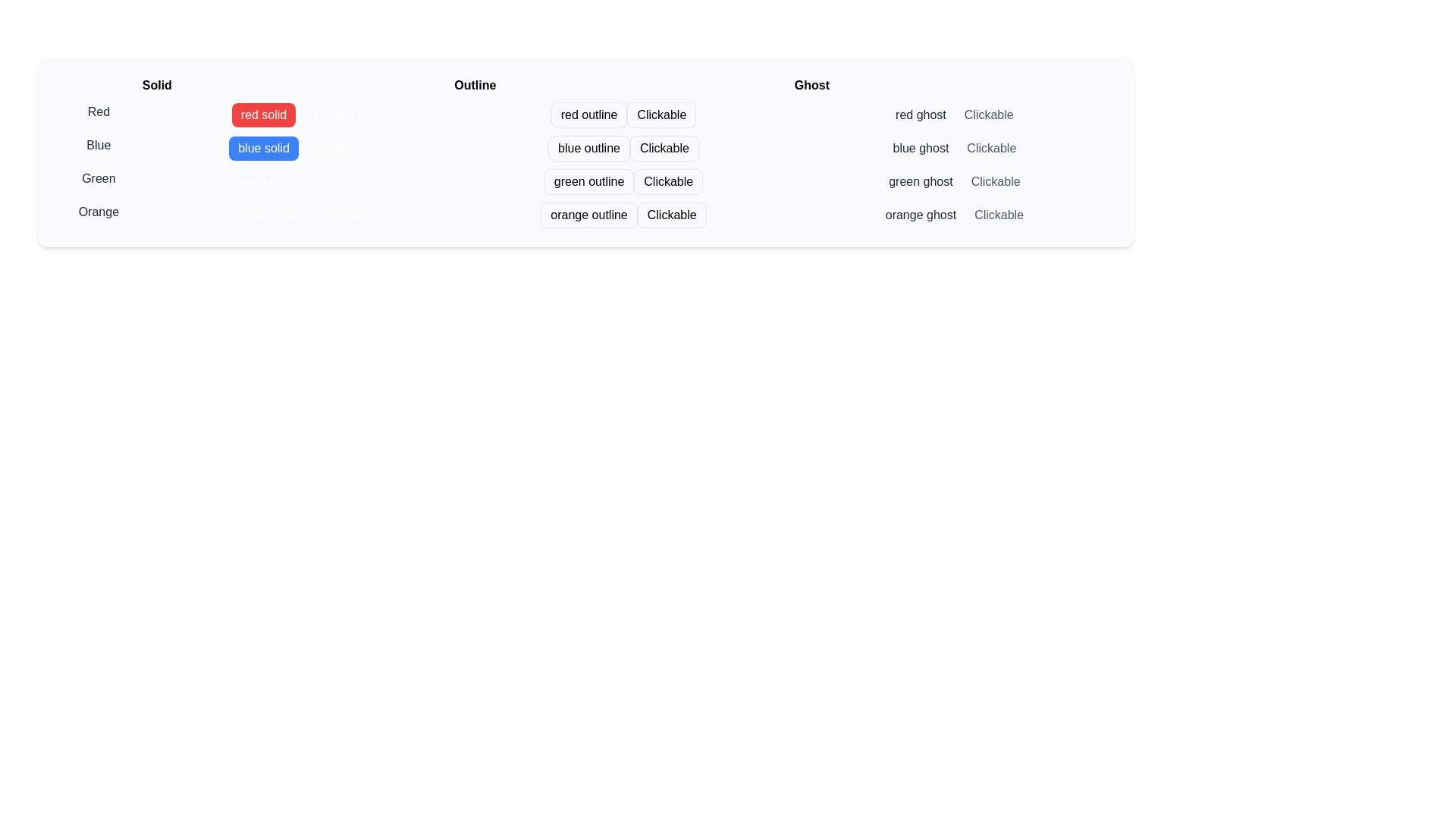 This screenshot has width=1456, height=819. What do you see at coordinates (585, 212) in the screenshot?
I see `the label that indicates 'orange outline' in the second entry of the 'Outline' column in the table` at bounding box center [585, 212].